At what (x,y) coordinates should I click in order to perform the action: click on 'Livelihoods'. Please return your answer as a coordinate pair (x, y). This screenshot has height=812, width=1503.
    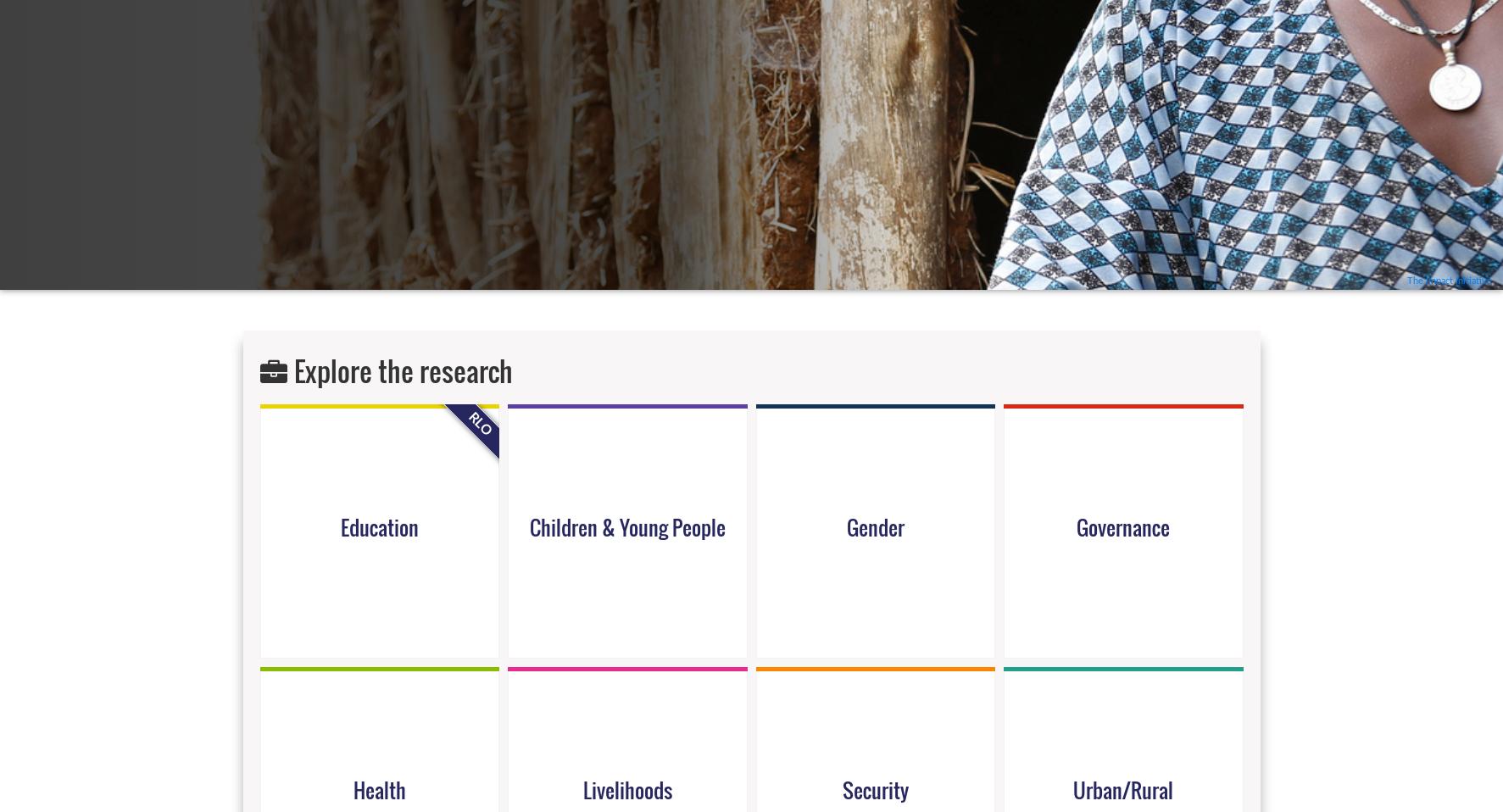
    Looking at the image, I should click on (626, 788).